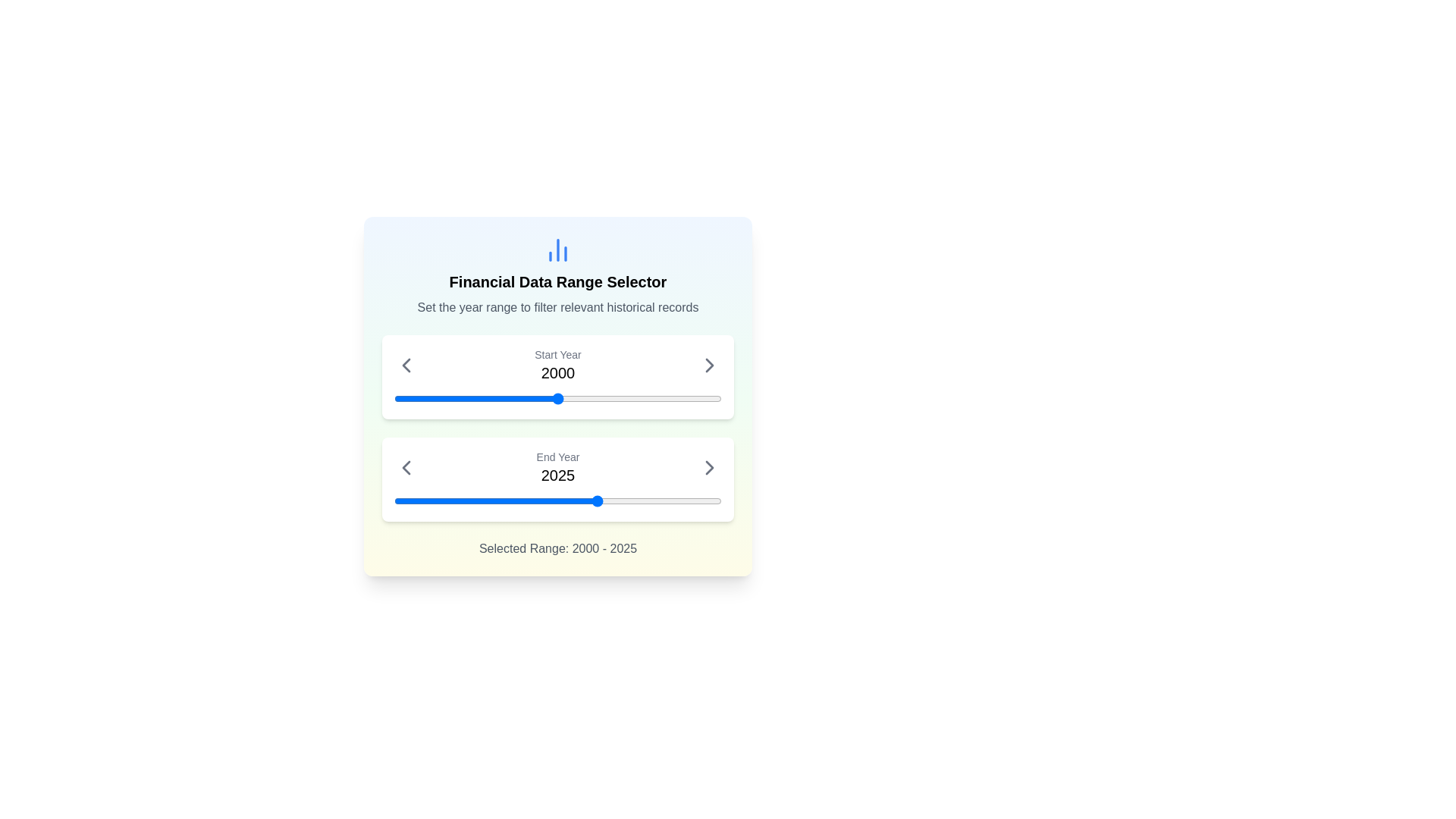 The image size is (1456, 819). I want to click on the Text label that displays the current selected start year for a financial data range selector, located between two arrow icons, so click(557, 366).